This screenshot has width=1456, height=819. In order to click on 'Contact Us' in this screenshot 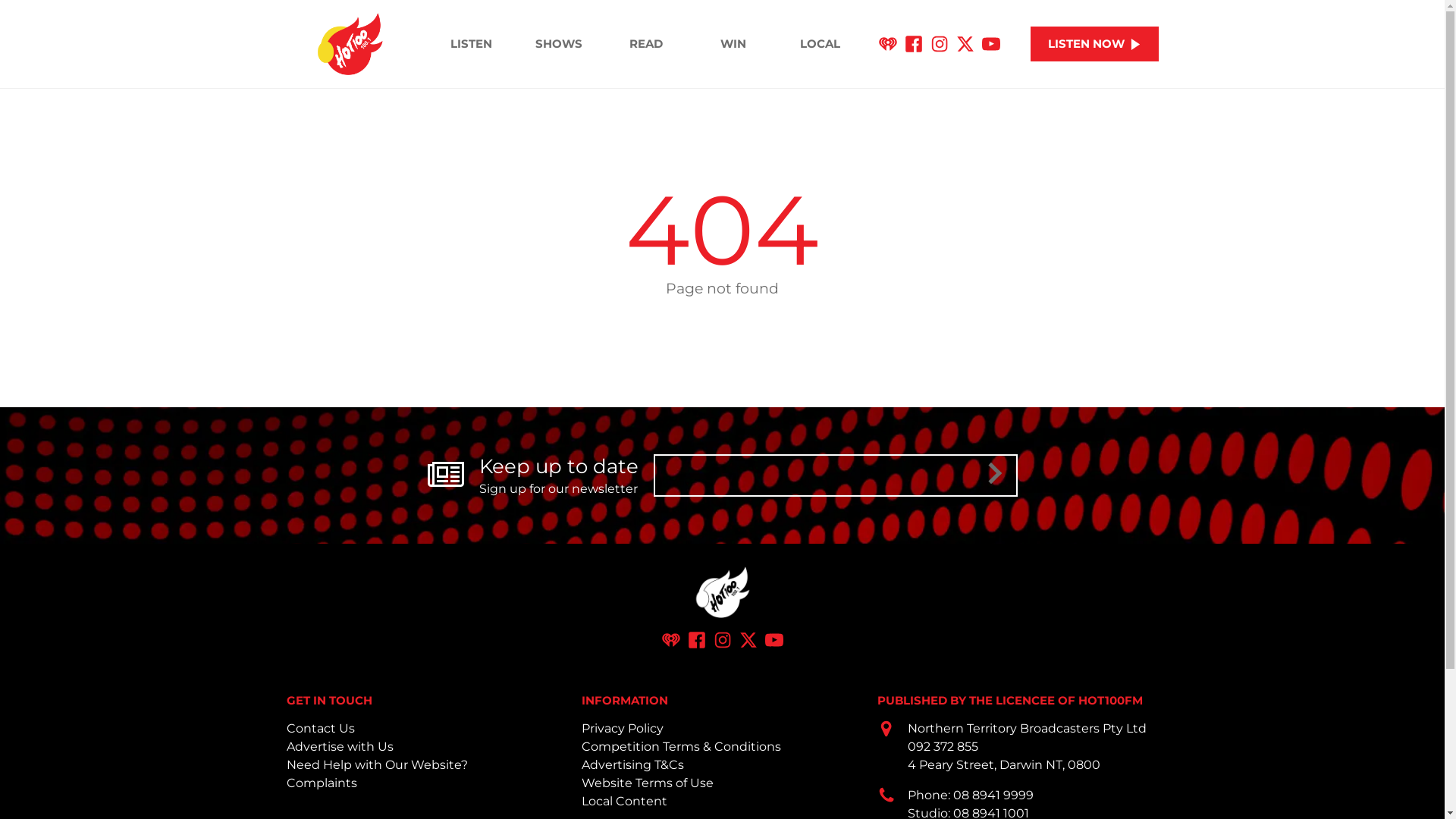, I will do `click(319, 727)`.